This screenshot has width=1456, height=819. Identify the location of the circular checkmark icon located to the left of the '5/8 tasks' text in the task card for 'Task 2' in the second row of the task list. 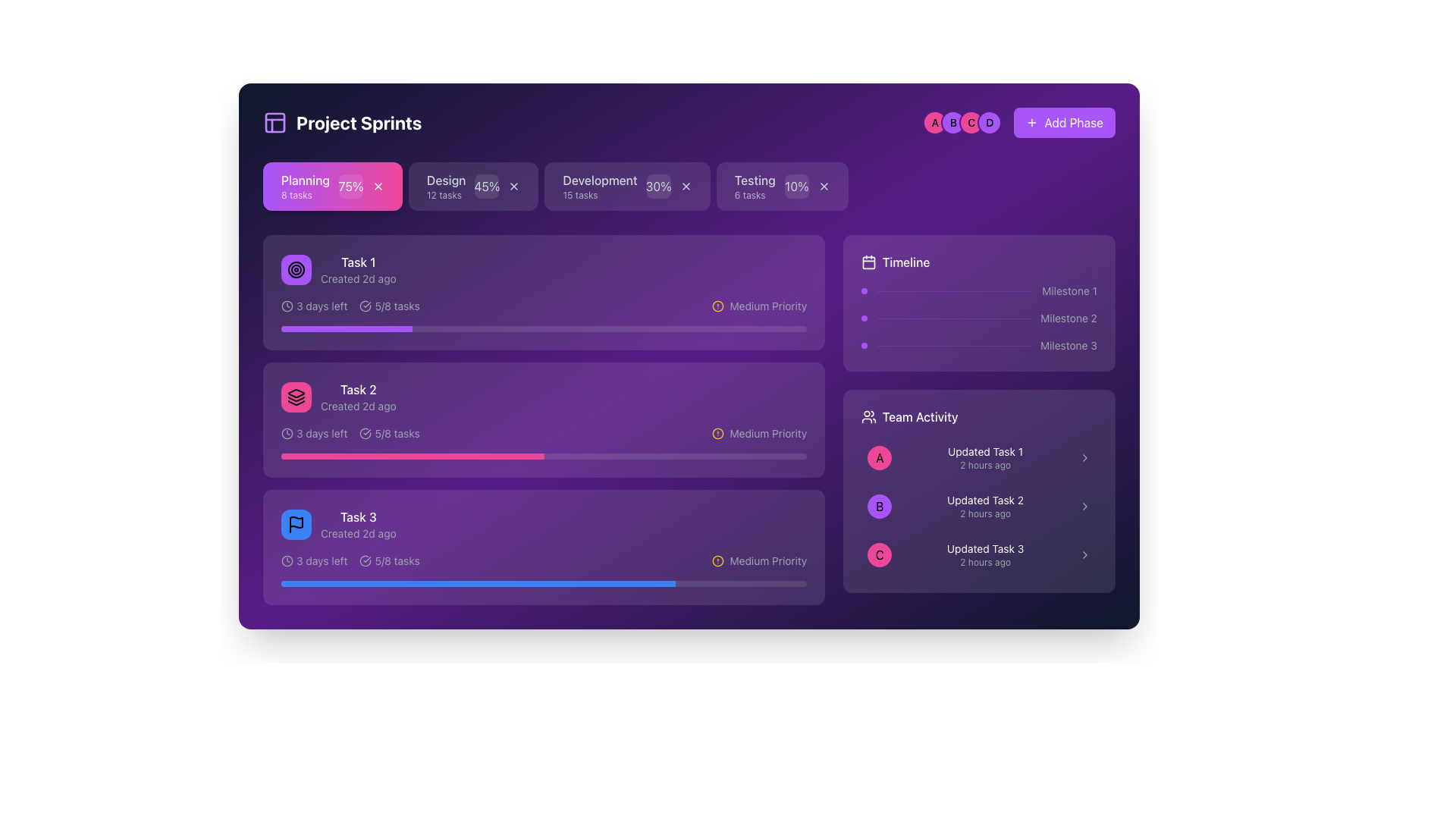
(366, 433).